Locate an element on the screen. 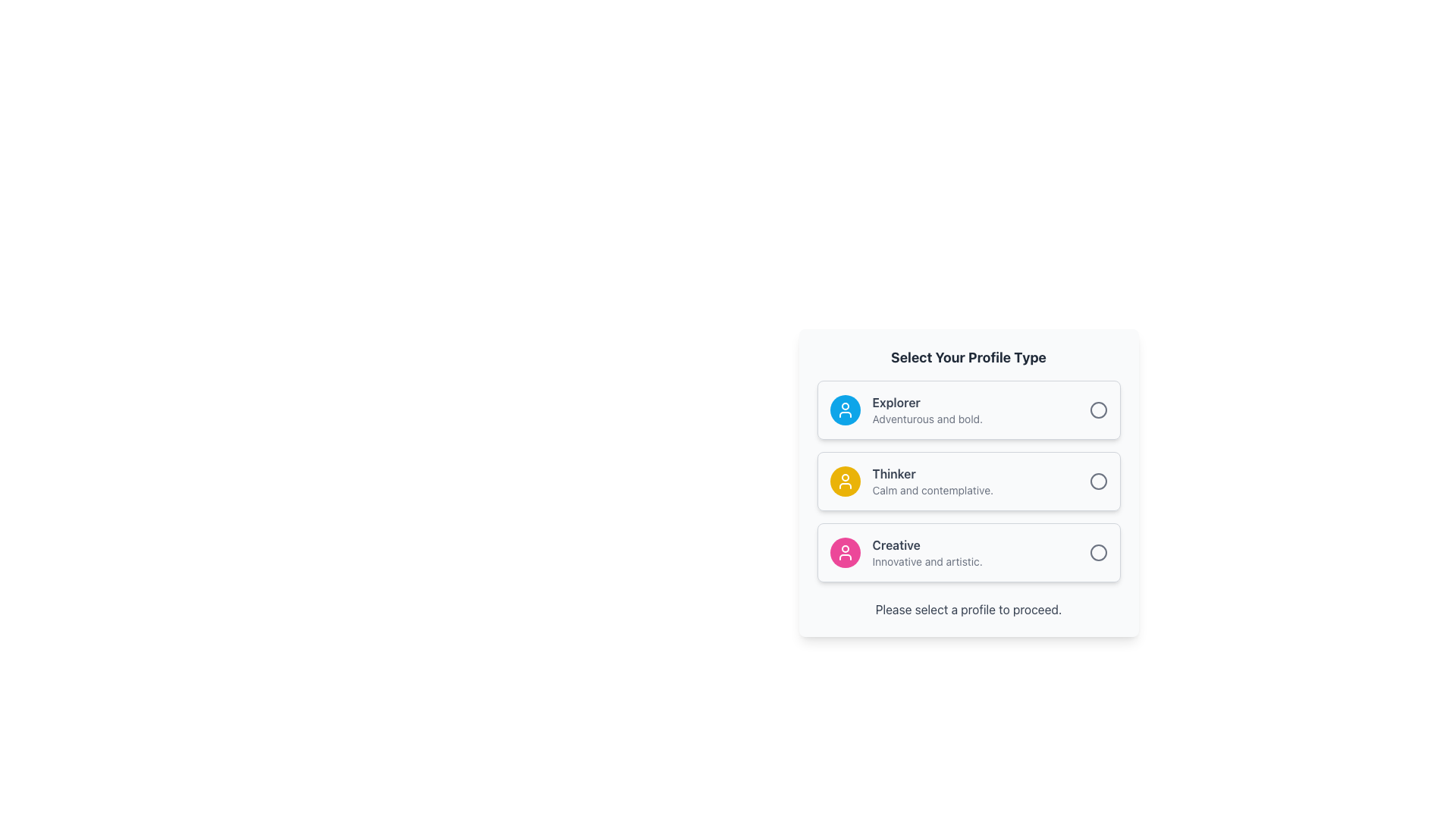  the circular SVG element with a gray outline located next to the 'Explorer' text in the first selection card of profile types is located at coordinates (1098, 409).